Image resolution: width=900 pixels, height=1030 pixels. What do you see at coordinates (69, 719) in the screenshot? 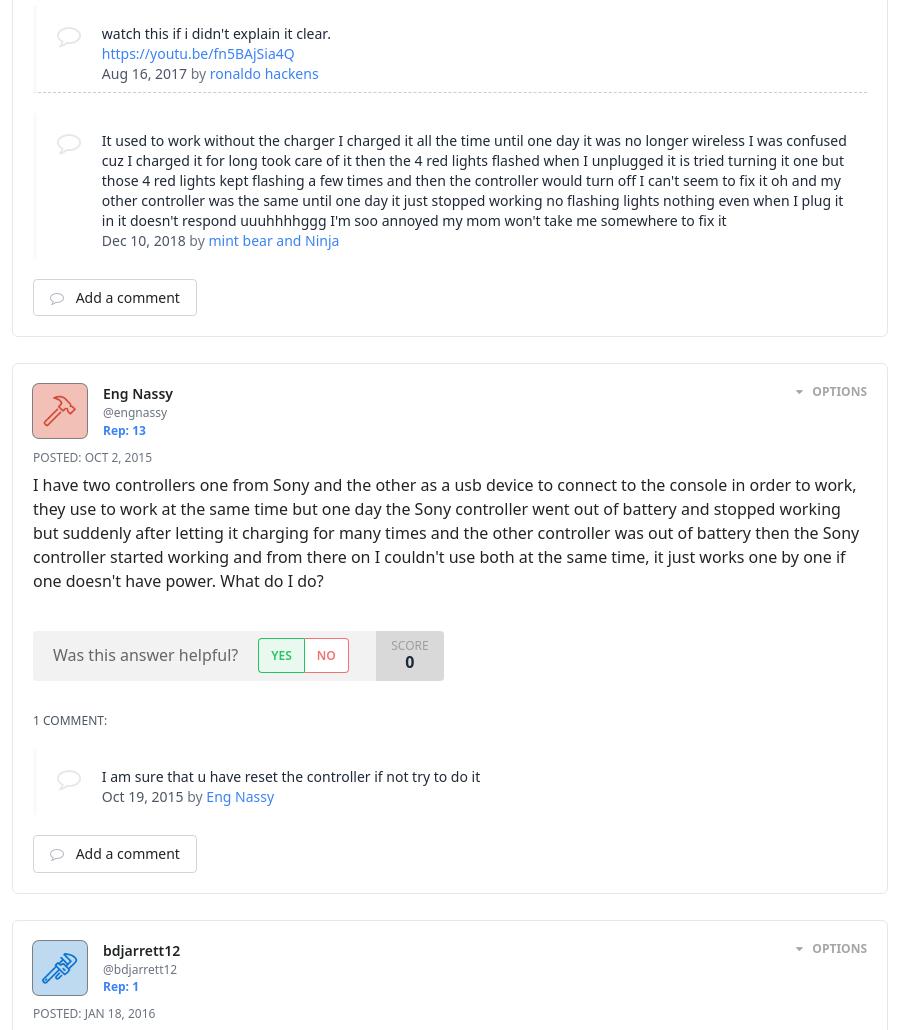
I see `'1 Comment:'` at bounding box center [69, 719].